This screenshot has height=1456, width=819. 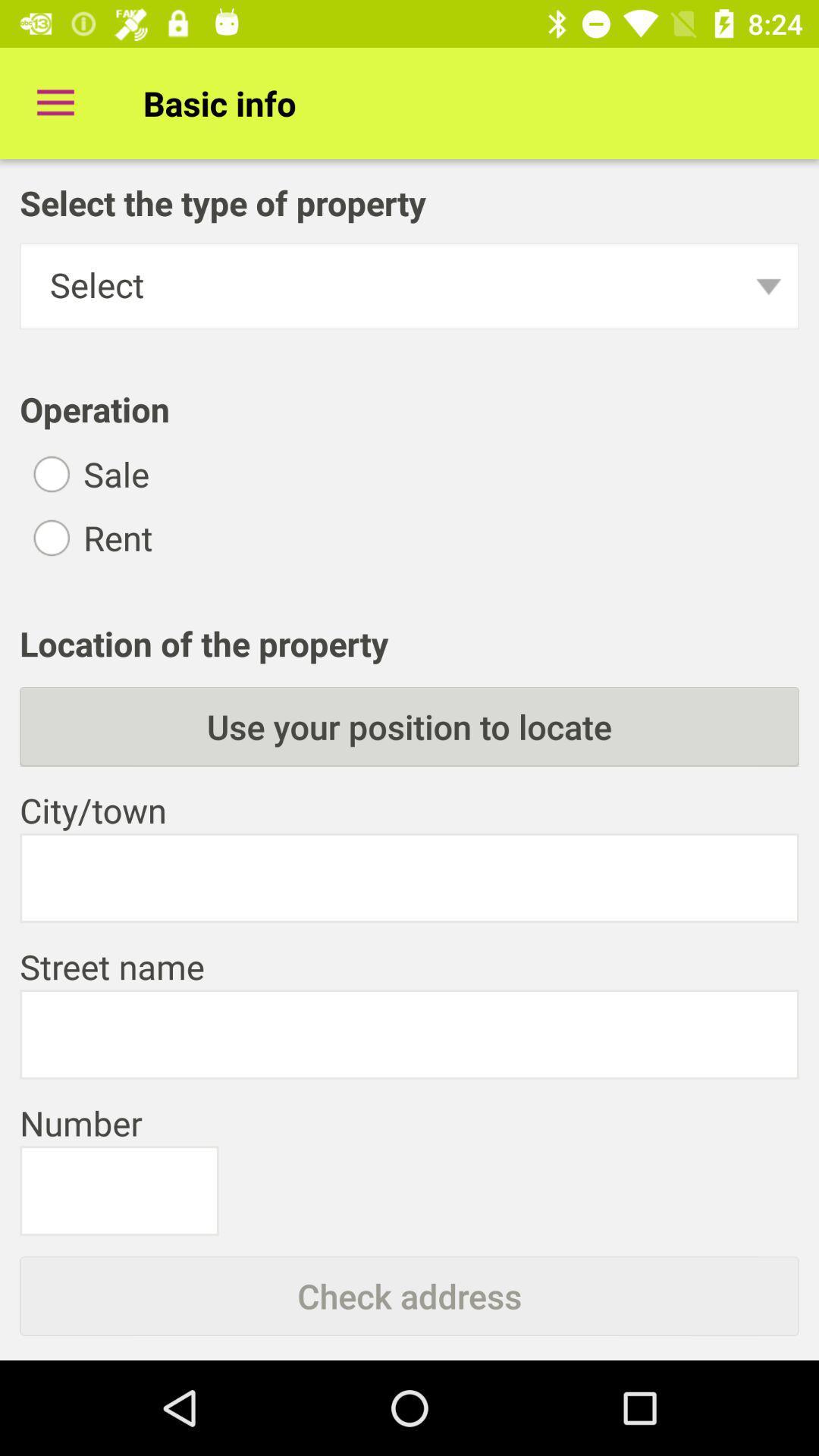 What do you see at coordinates (409, 1034) in the screenshot?
I see `text field` at bounding box center [409, 1034].